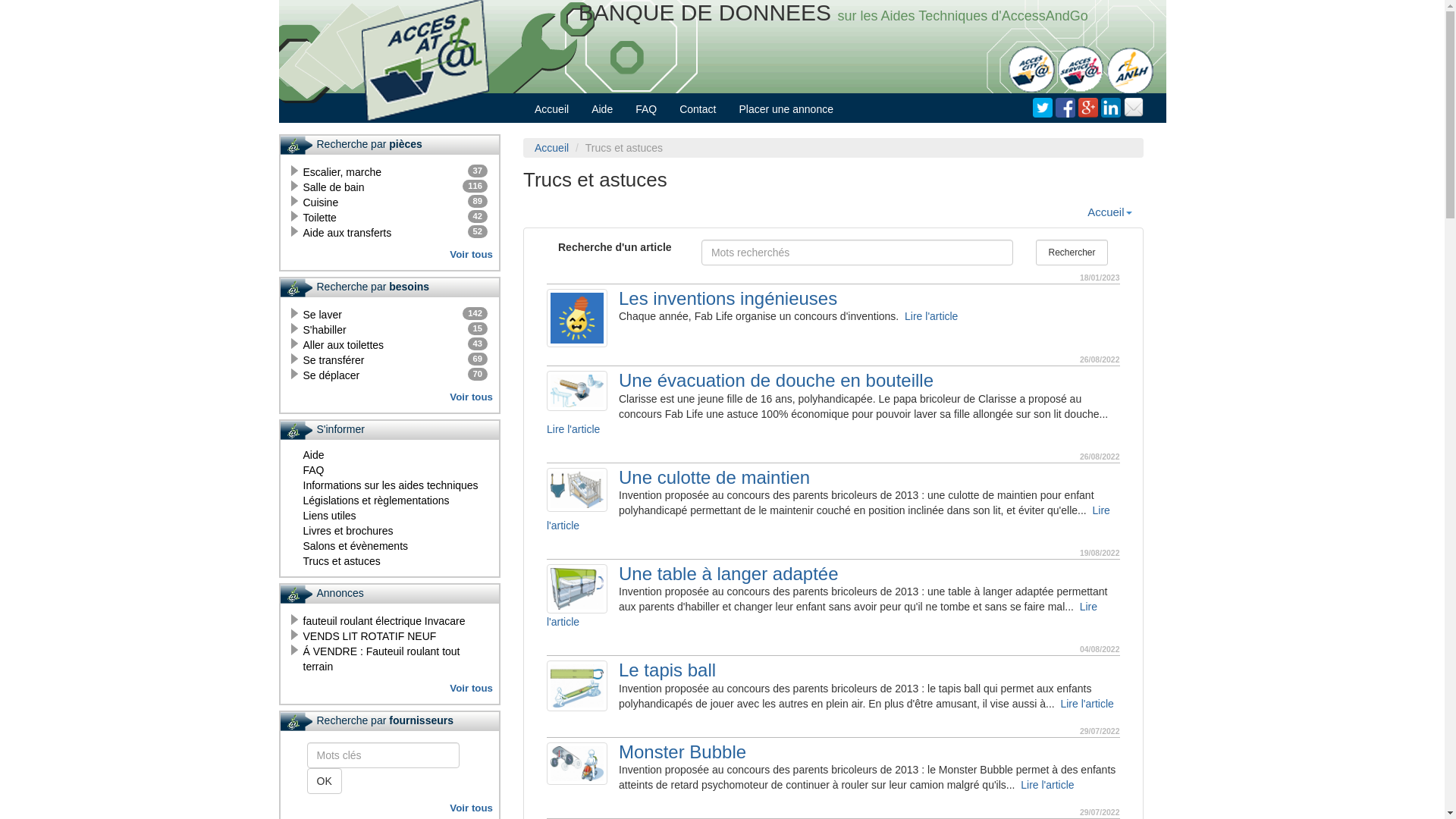  I want to click on 'Aide', so click(601, 108).